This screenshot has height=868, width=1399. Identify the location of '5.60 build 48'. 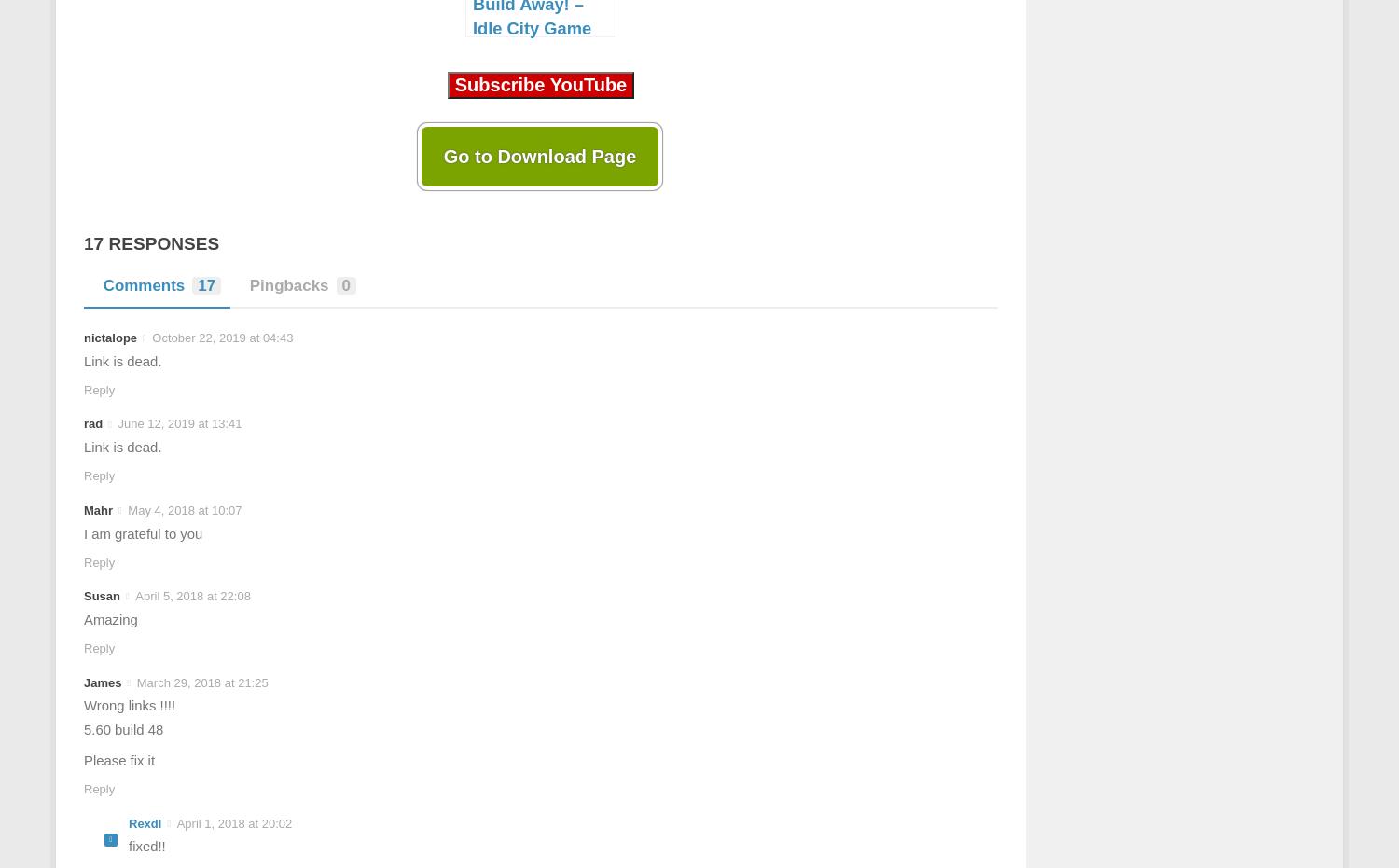
(83, 729).